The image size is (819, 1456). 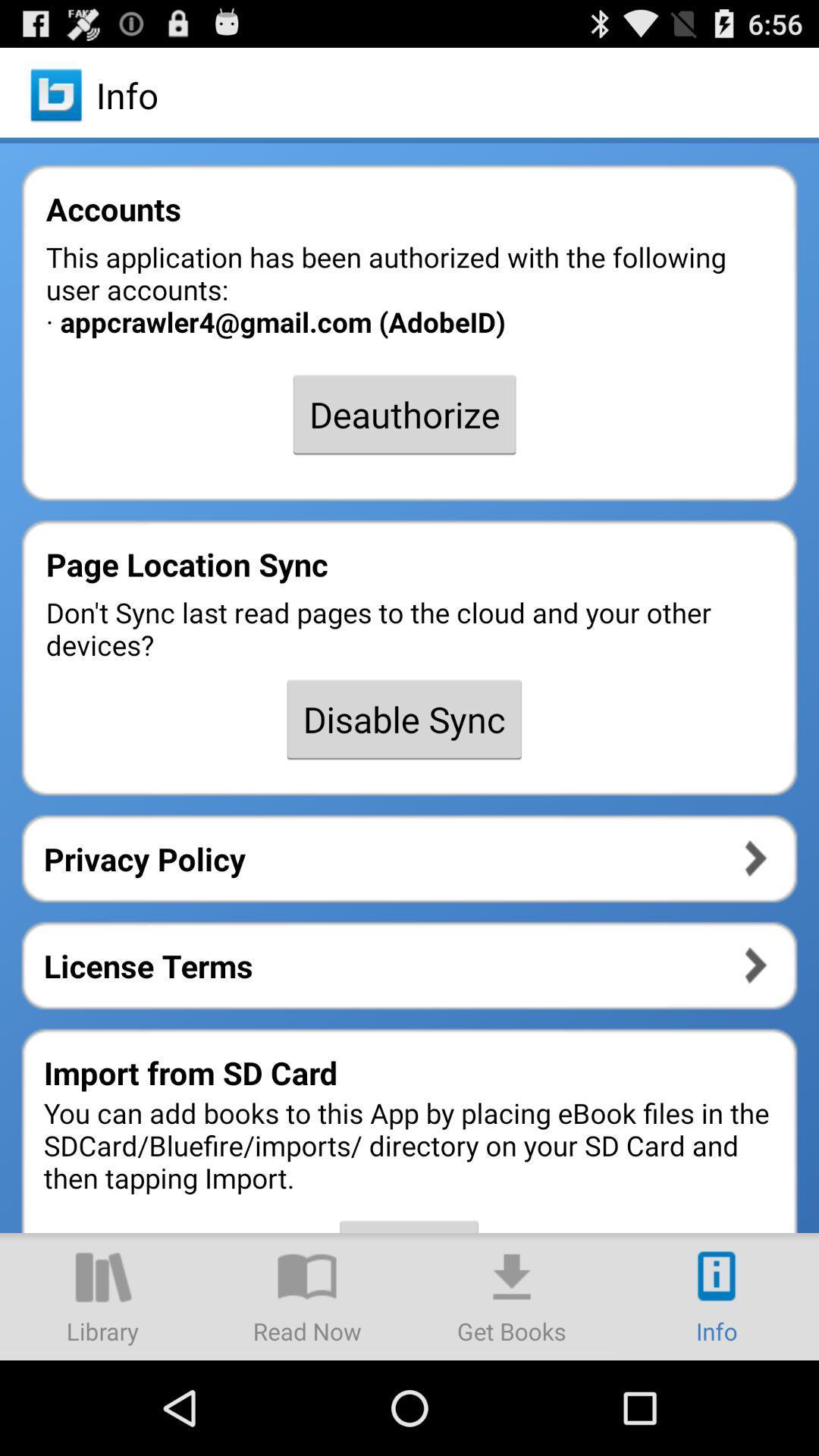 I want to click on icon below import, so click(x=307, y=1295).